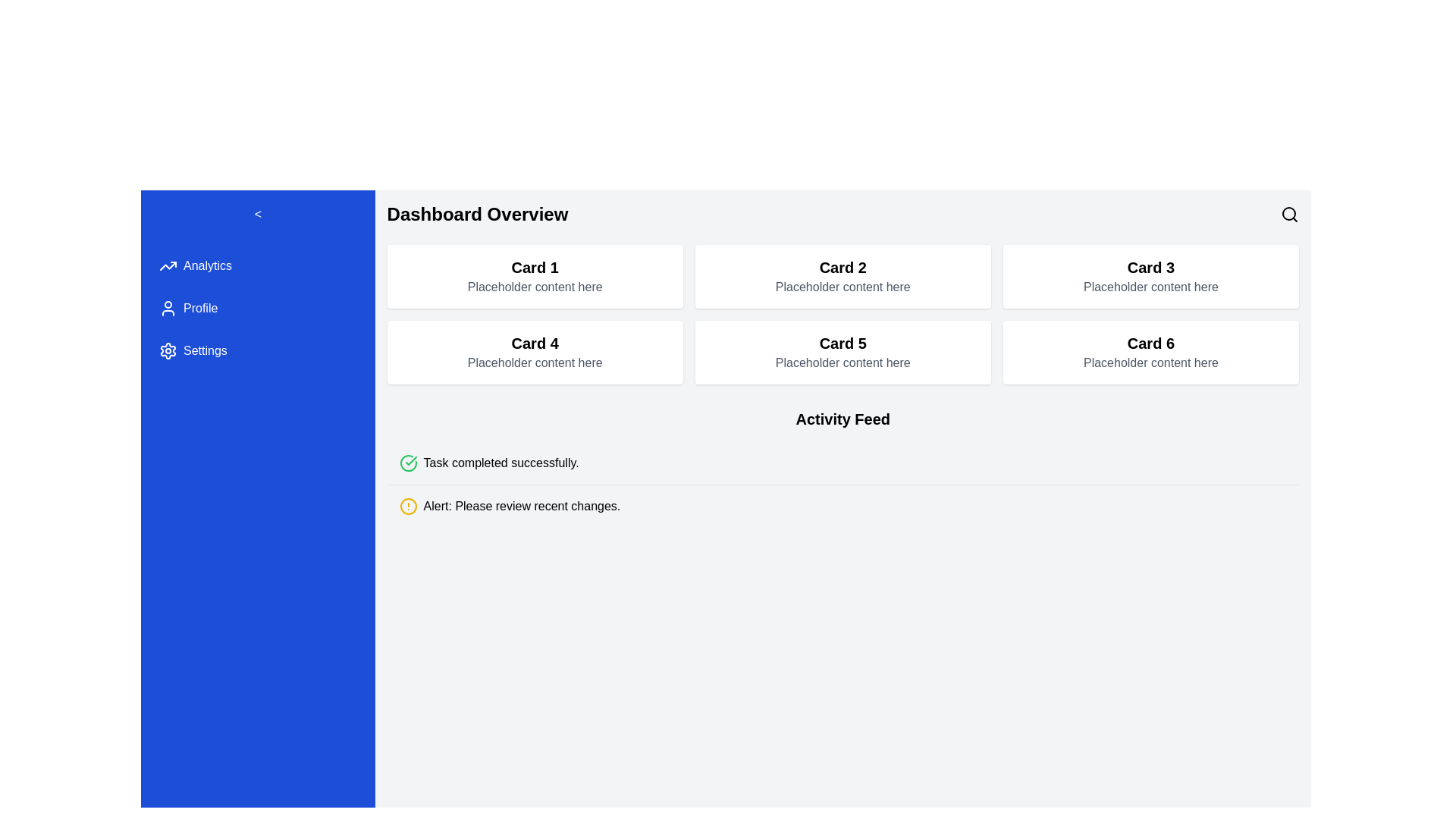  Describe the element at coordinates (842, 277) in the screenshot. I see `the display card positioned as the second item in a grid layout containing six cards, located at the center of the top row` at that location.